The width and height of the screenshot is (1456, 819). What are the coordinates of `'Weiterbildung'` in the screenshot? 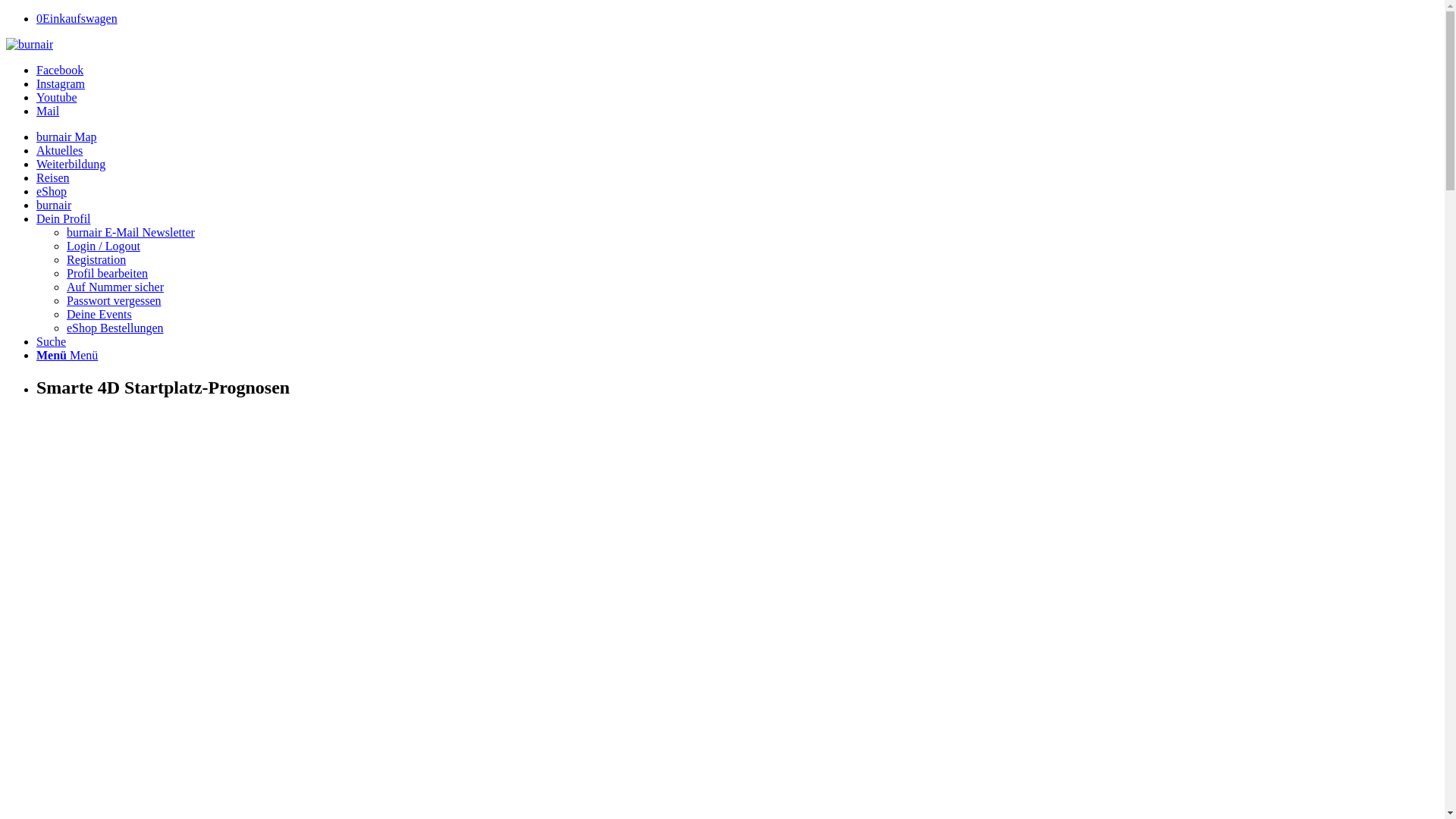 It's located at (36, 164).